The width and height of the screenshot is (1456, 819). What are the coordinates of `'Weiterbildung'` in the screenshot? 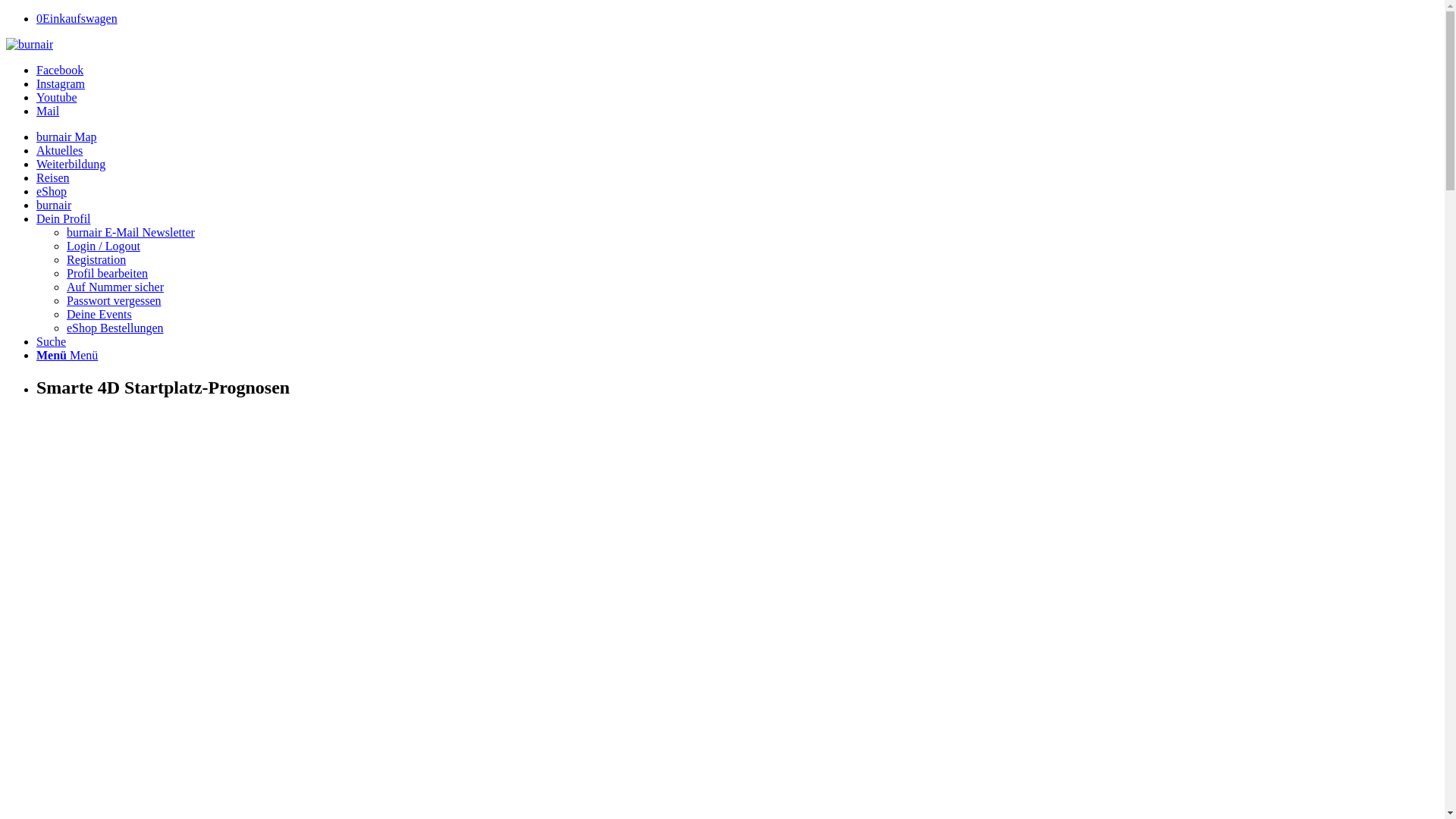 It's located at (36, 164).